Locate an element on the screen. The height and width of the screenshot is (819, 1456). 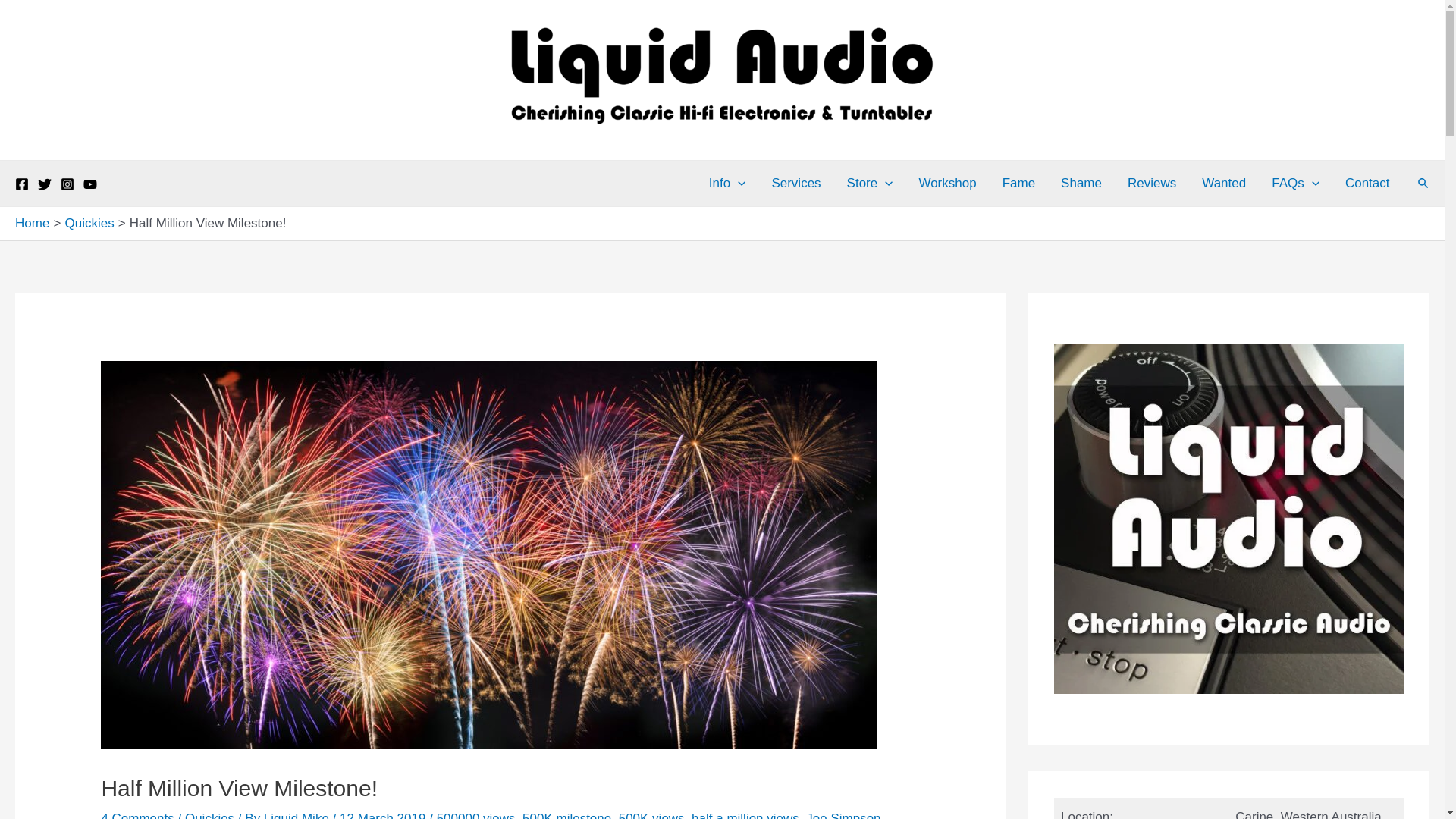
'Fame' is located at coordinates (1018, 183).